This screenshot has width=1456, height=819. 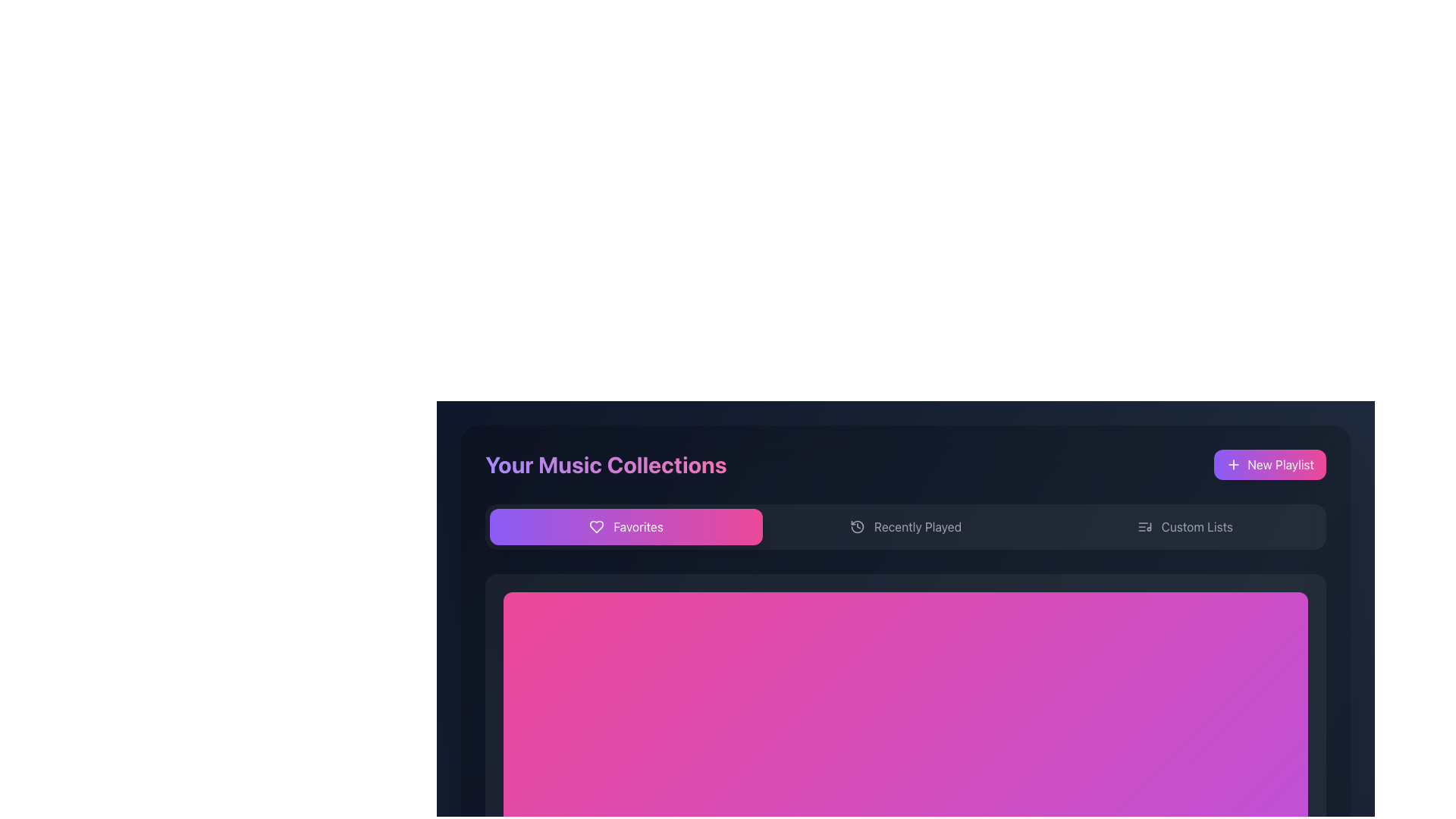 I want to click on the second clickable button in the navigation bar, which serves as a navigation button for recently played items, so click(x=905, y=526).